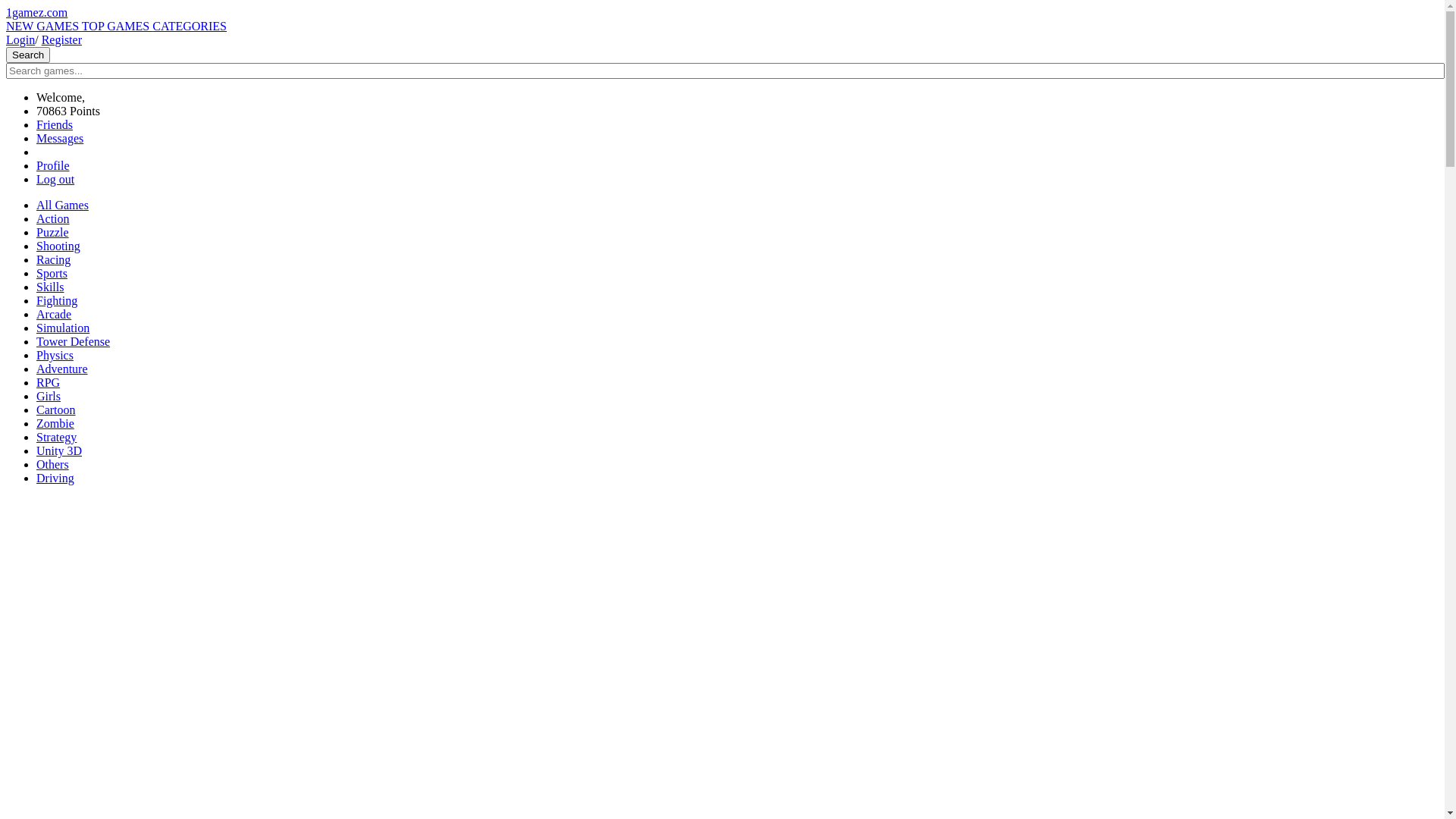  Describe the element at coordinates (36, 423) in the screenshot. I see `'Zombie'` at that location.